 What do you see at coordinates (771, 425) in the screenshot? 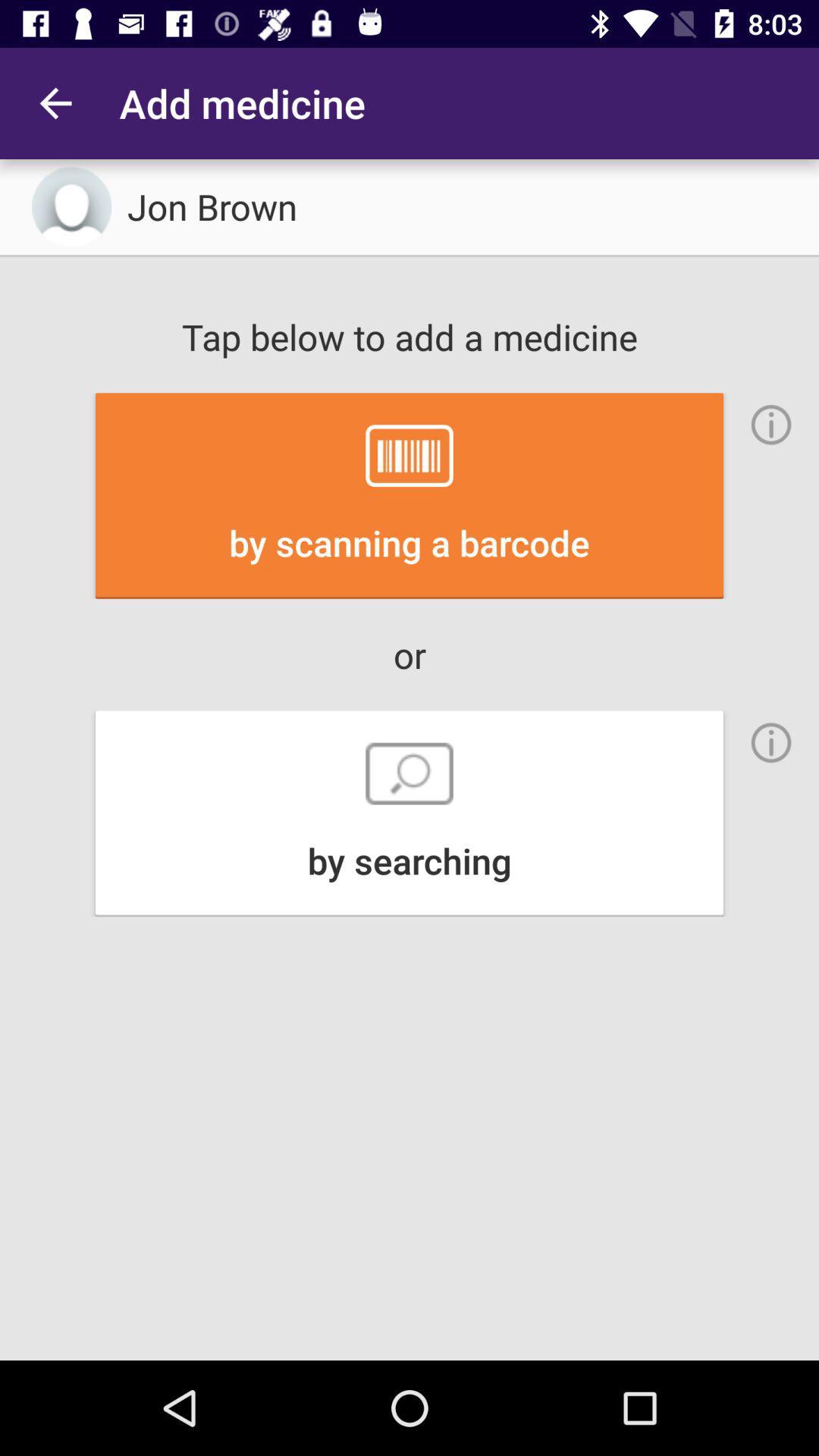
I see `get more information` at bounding box center [771, 425].